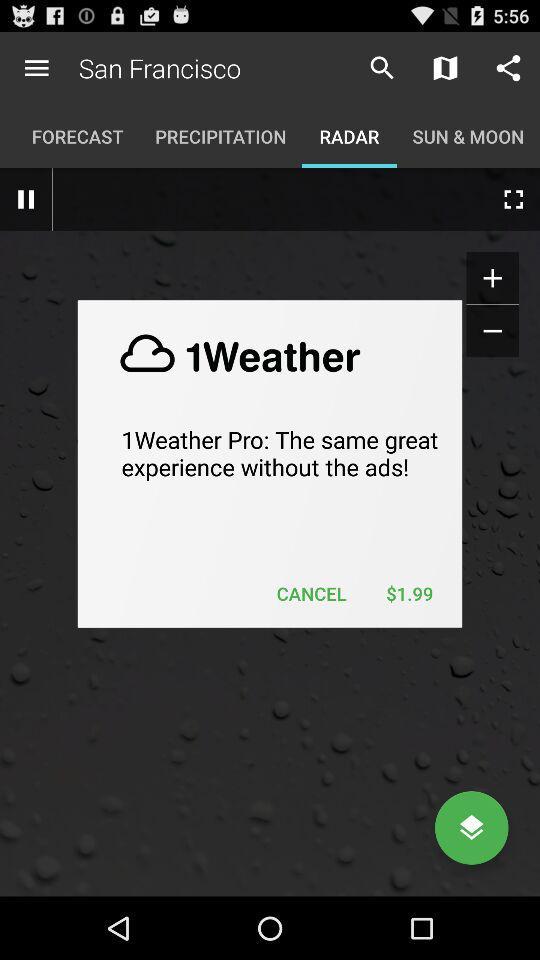 This screenshot has height=960, width=540. What do you see at coordinates (408, 593) in the screenshot?
I see `item below 1weather pro the` at bounding box center [408, 593].